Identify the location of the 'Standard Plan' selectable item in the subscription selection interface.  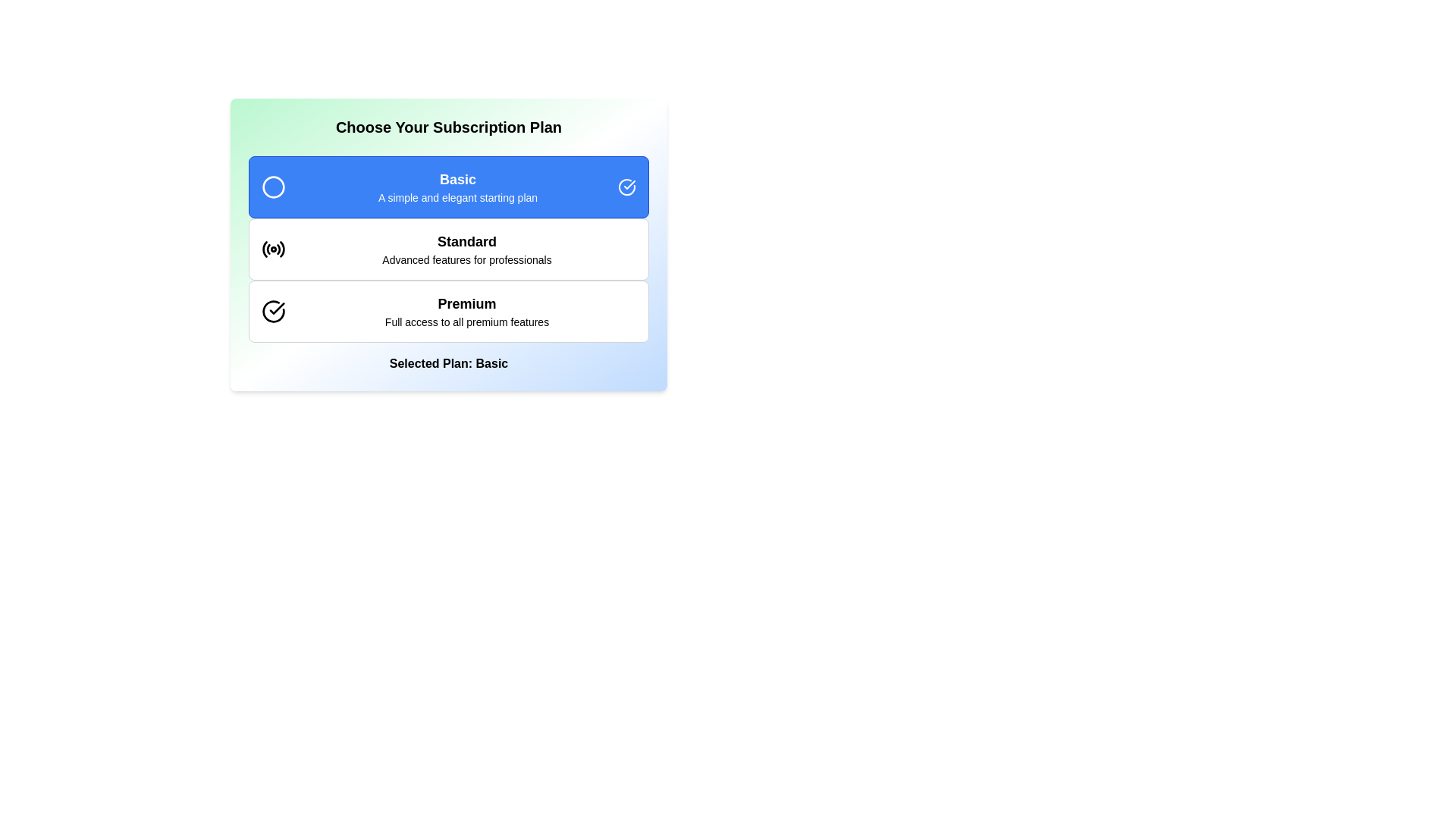
(447, 248).